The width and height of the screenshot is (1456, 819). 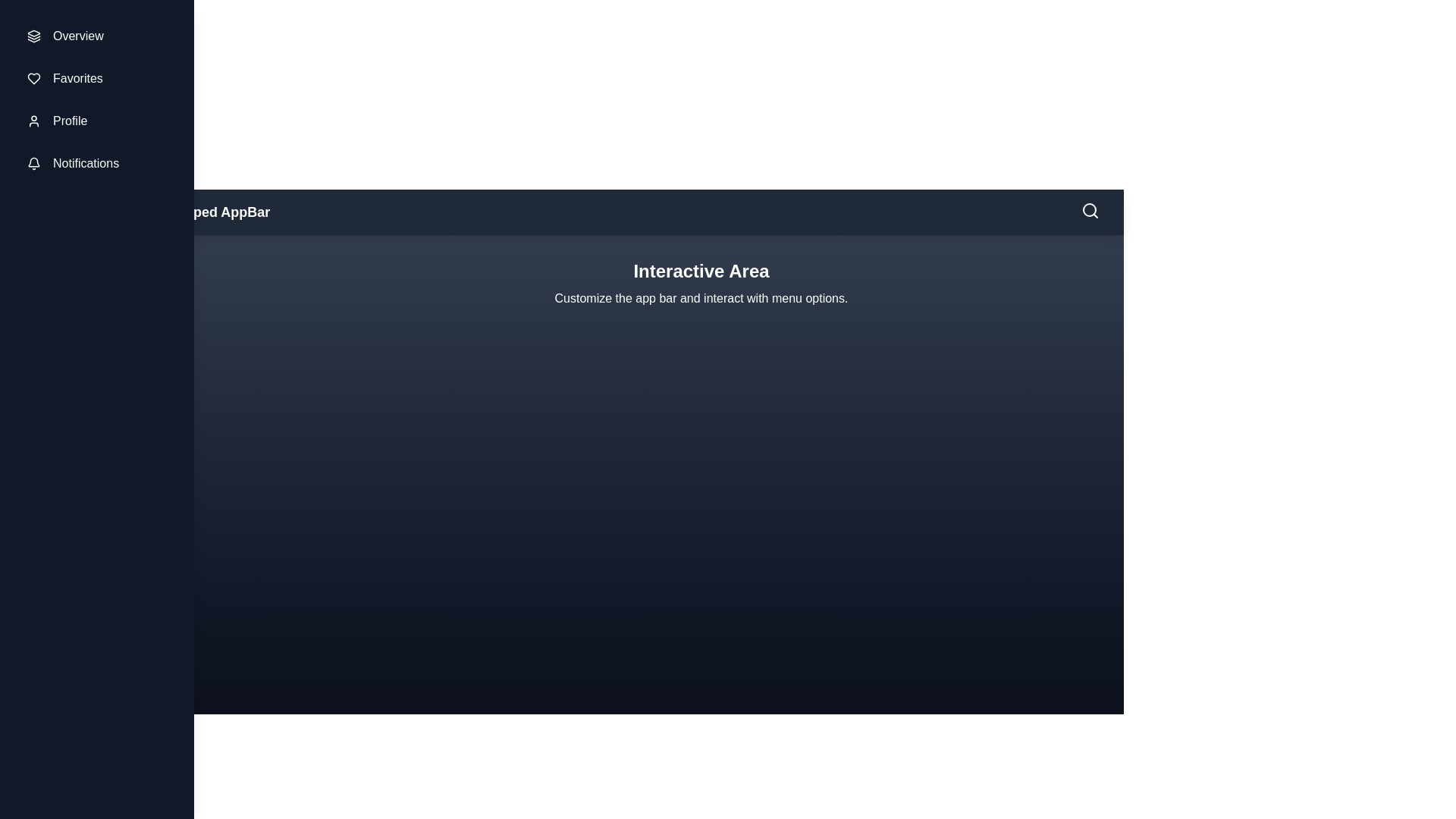 I want to click on the menu item Profile in the sidebar, so click(x=96, y=120).